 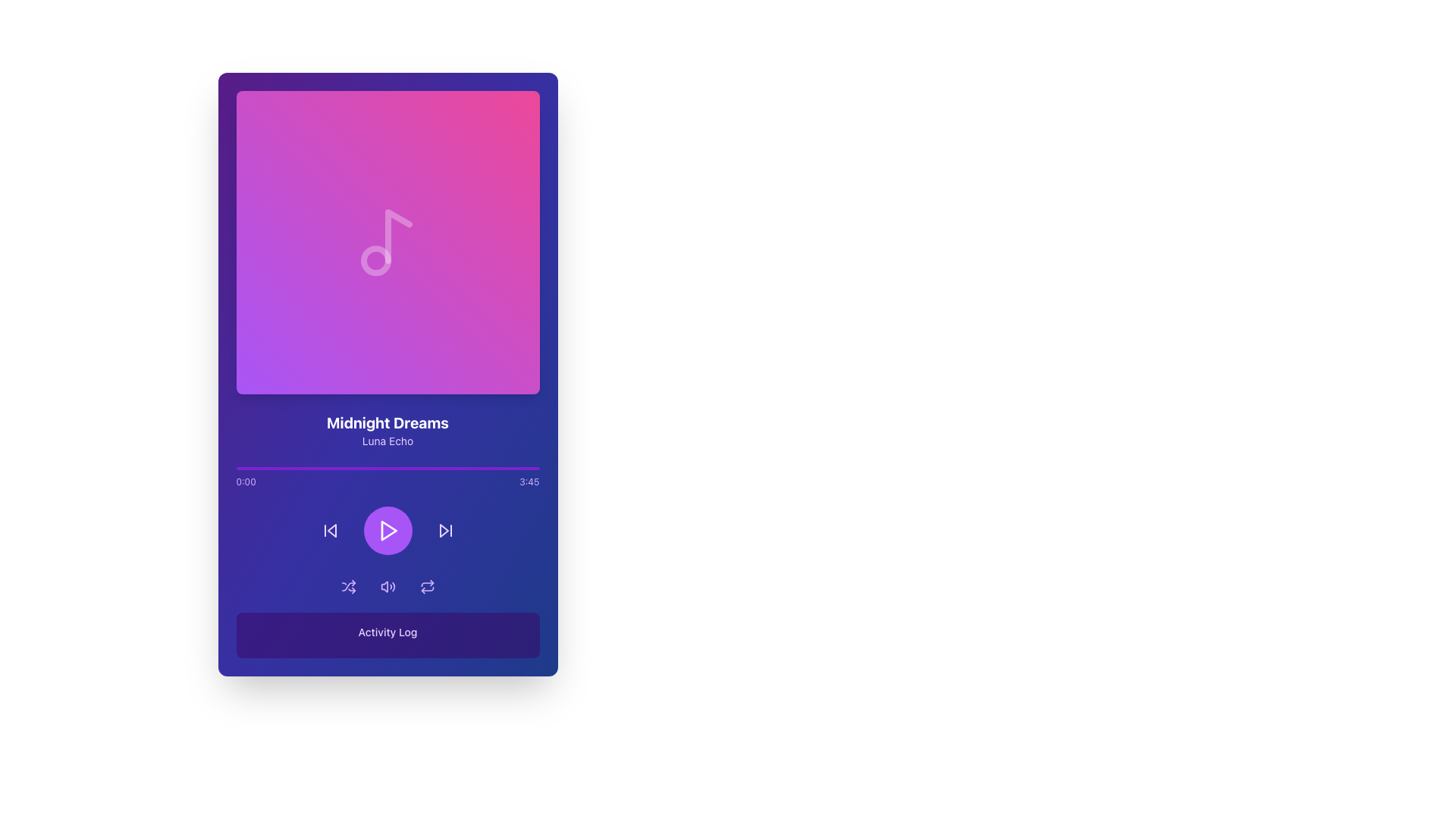 I want to click on the small, purple shuffle icon located below the media playback control buttons, so click(x=347, y=586).